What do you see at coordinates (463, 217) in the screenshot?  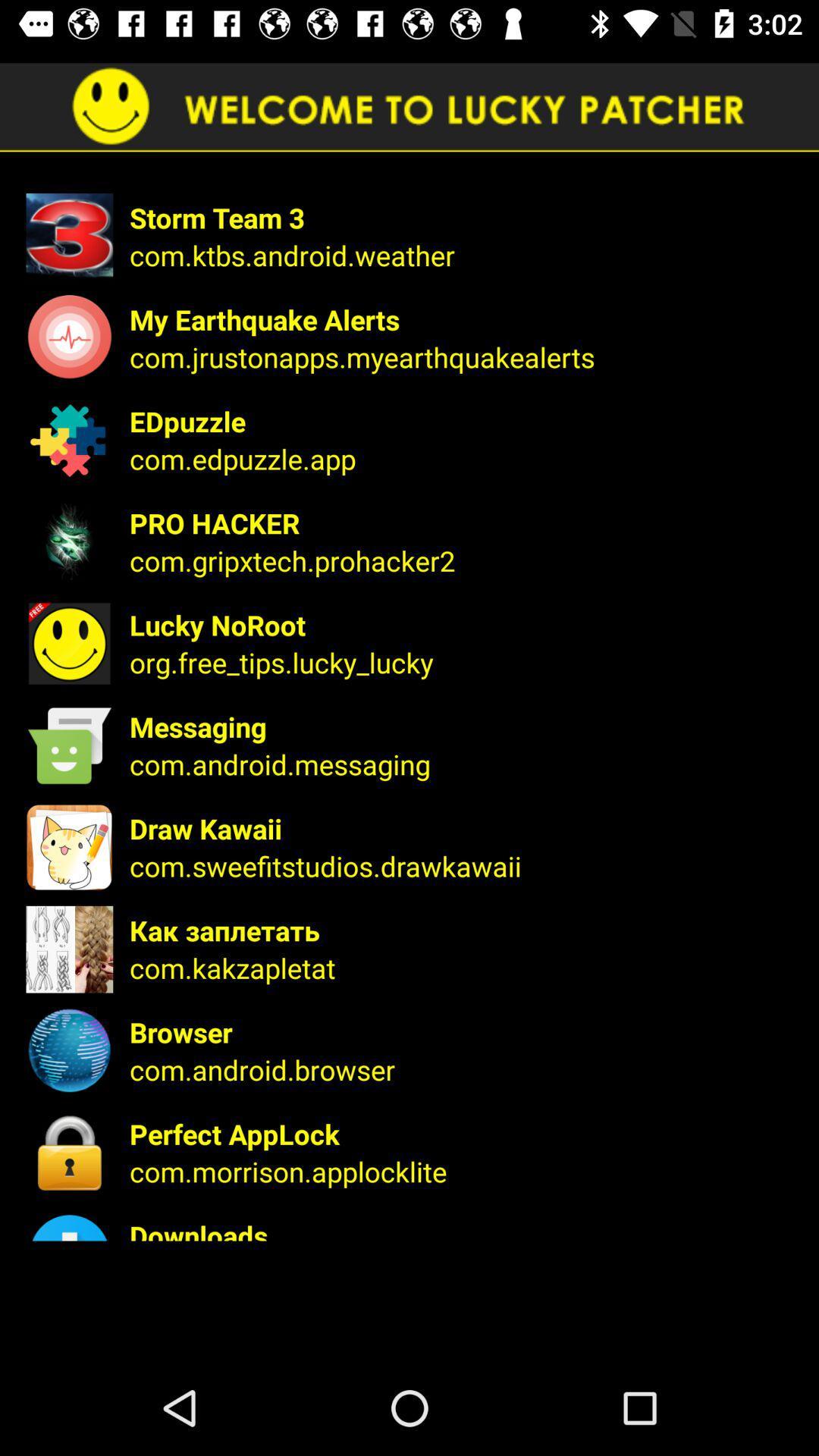 I see `icon above the com ktbs android item` at bounding box center [463, 217].